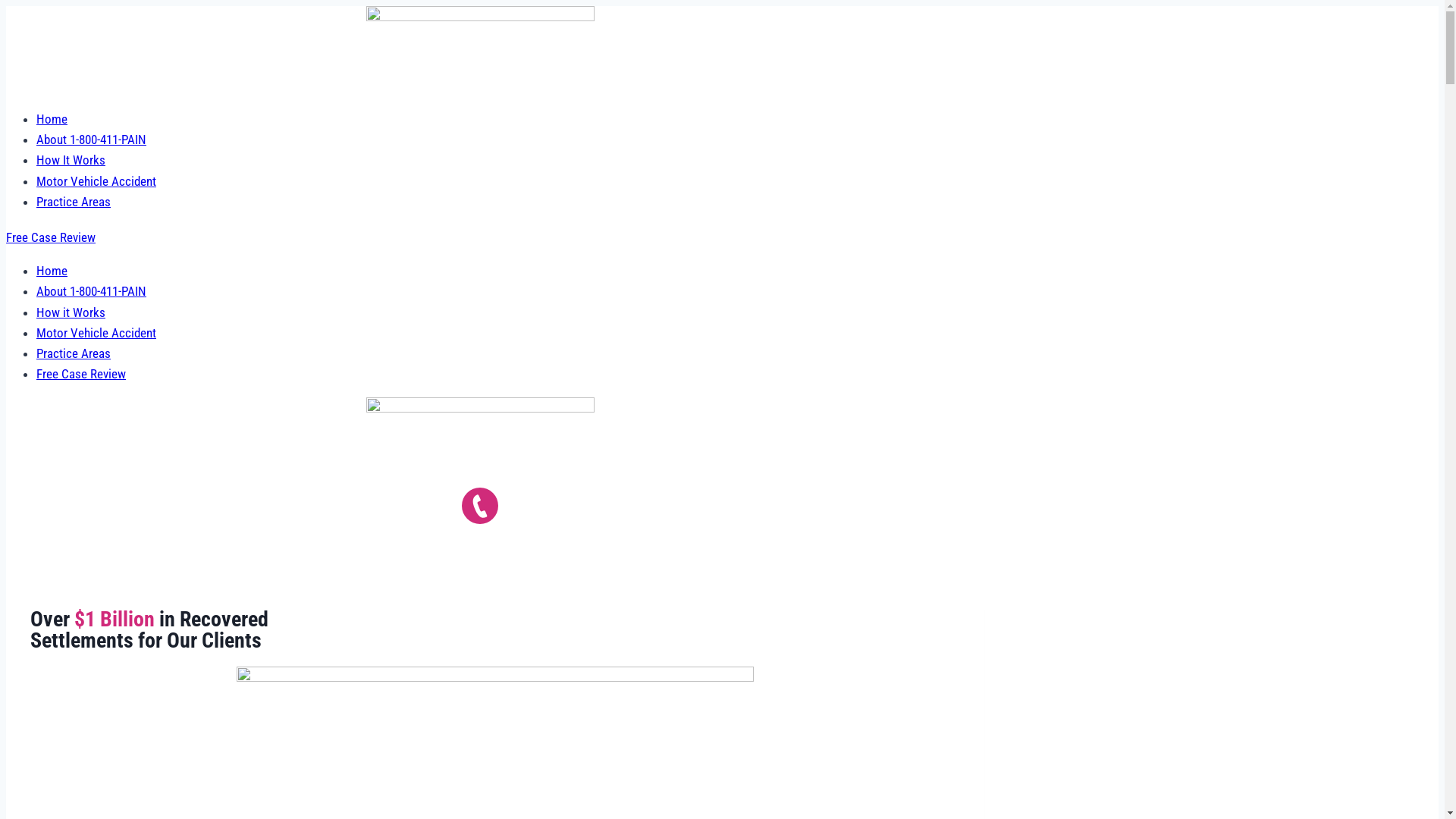 The height and width of the screenshot is (819, 1456). Describe the element at coordinates (52, 118) in the screenshot. I see `'Home'` at that location.